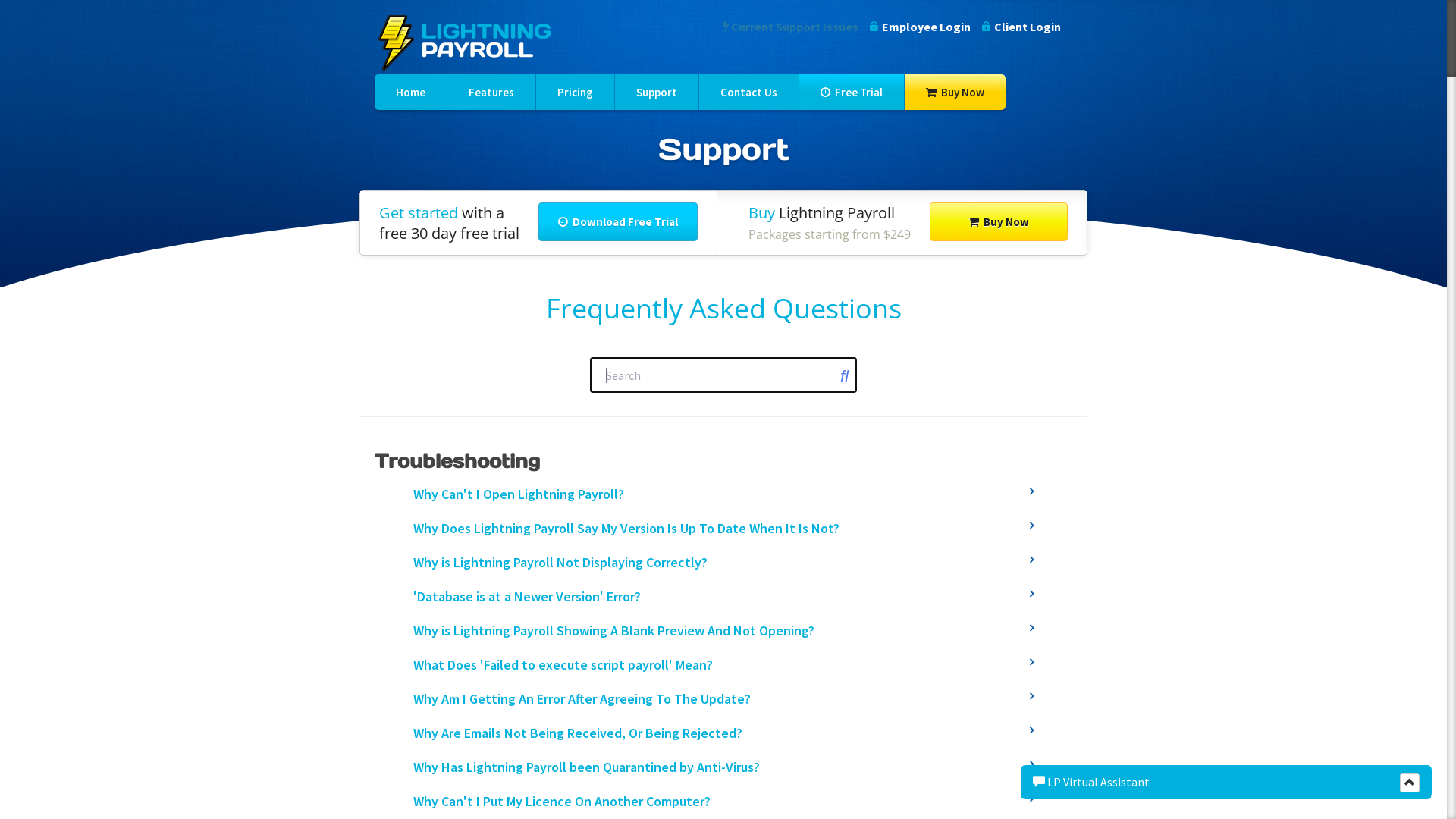 The height and width of the screenshot is (819, 1456). What do you see at coordinates (722, 26) in the screenshot?
I see `'Current Support Issues'` at bounding box center [722, 26].